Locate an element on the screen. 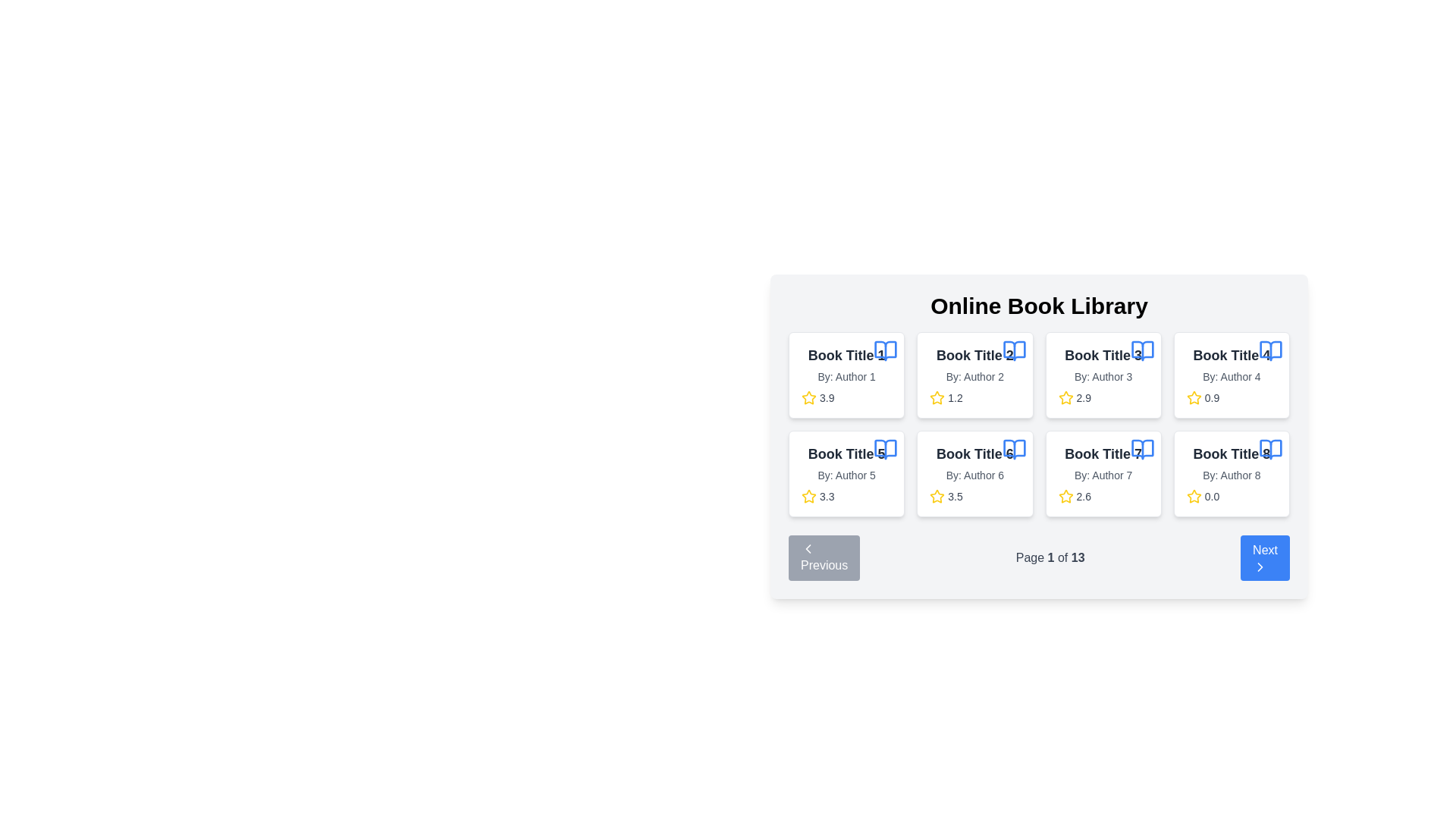 Image resolution: width=1456 pixels, height=819 pixels. the white card with rounded corners that contains a title, subtitle, and star rating, located in the second row and second column of the grid layout is located at coordinates (974, 472).